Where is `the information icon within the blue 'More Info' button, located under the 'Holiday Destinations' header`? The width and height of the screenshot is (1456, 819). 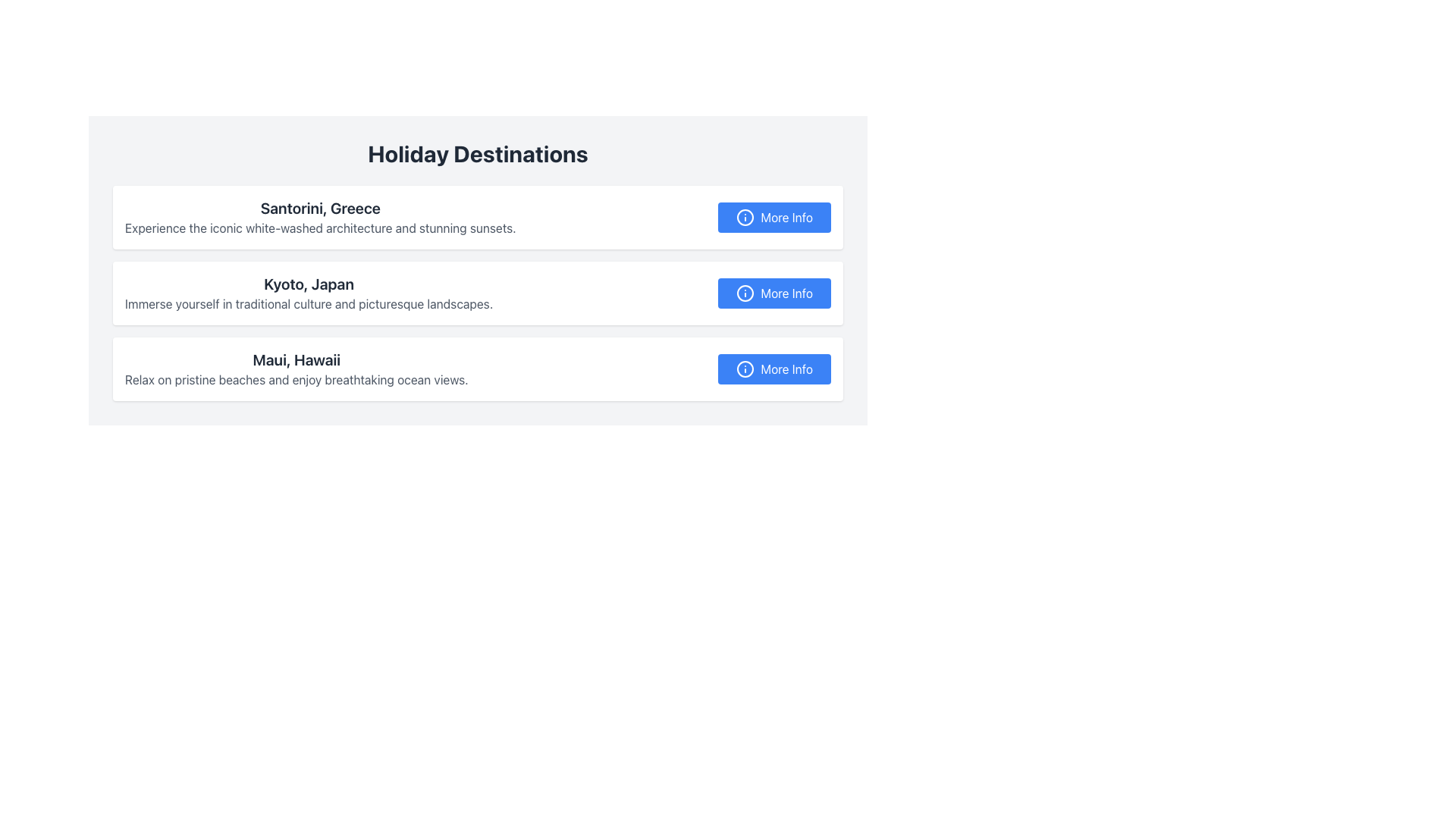
the information icon within the blue 'More Info' button, located under the 'Holiday Destinations' header is located at coordinates (745, 293).